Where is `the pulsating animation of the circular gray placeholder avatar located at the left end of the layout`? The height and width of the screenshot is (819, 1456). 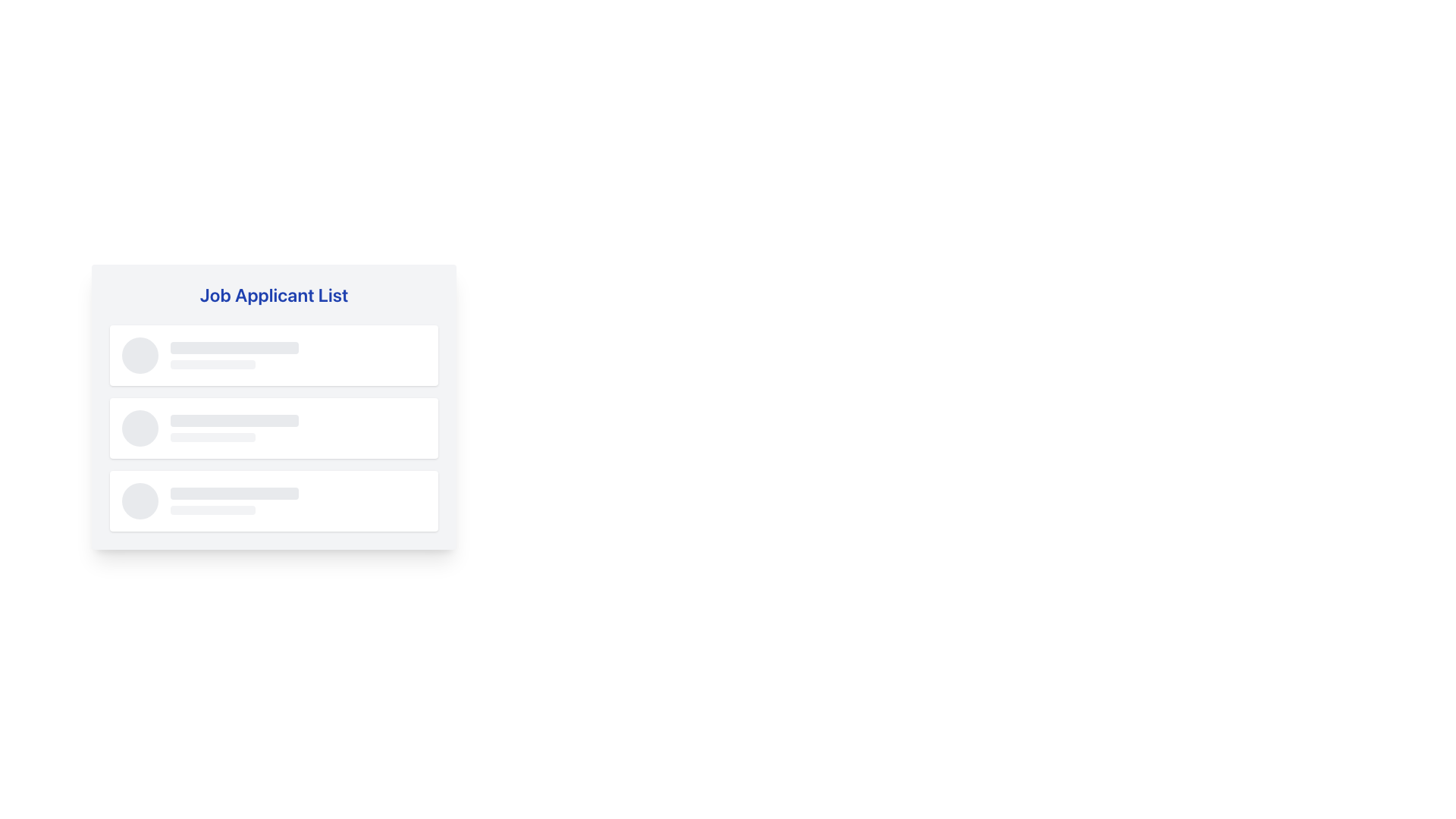
the pulsating animation of the circular gray placeholder avatar located at the left end of the layout is located at coordinates (140, 428).